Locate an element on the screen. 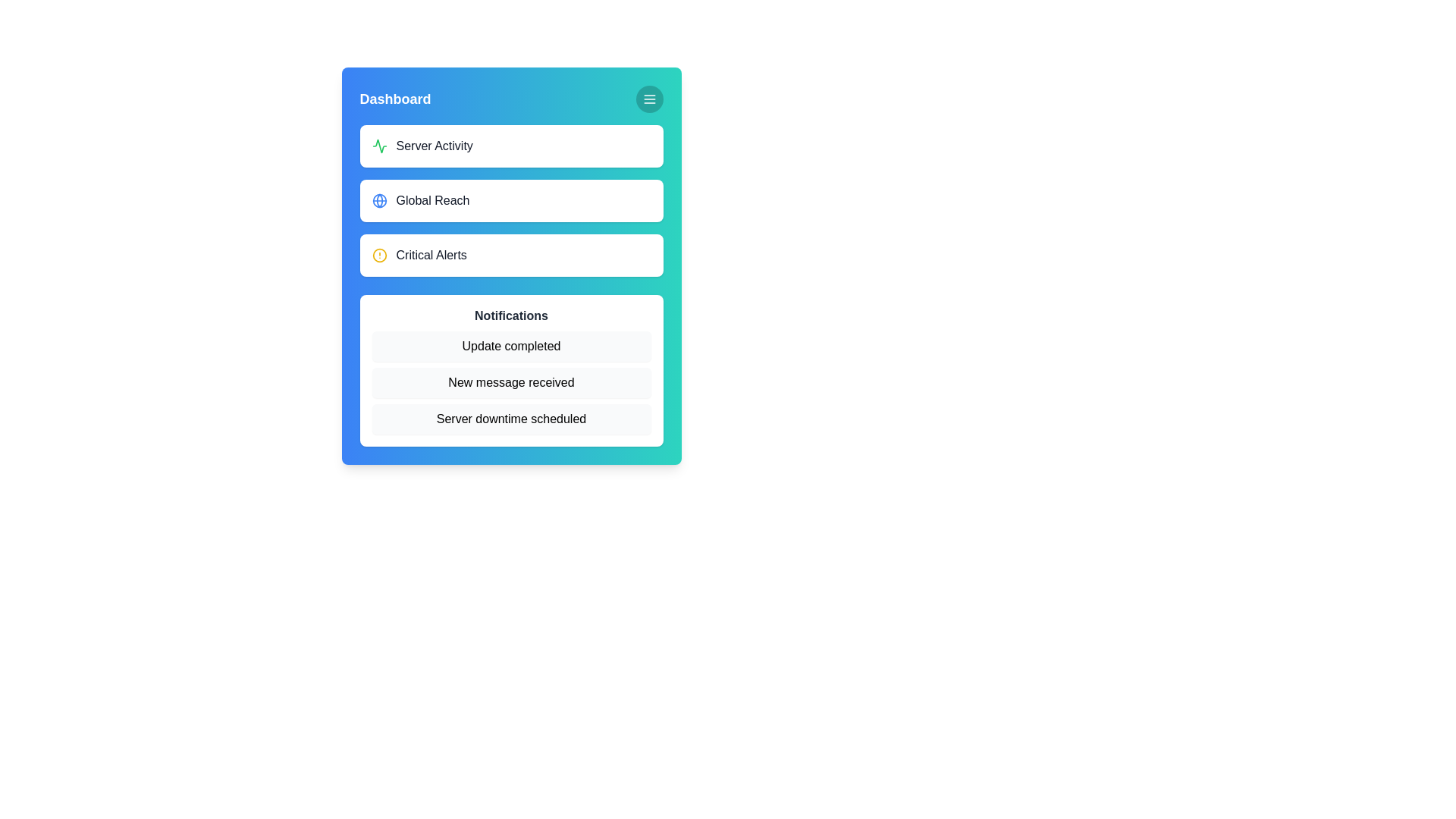 The width and height of the screenshot is (1456, 819). the circular menu button with a black background and white icon located in the top-right corner of the Dashboard header to observe its hover effects is located at coordinates (649, 99).